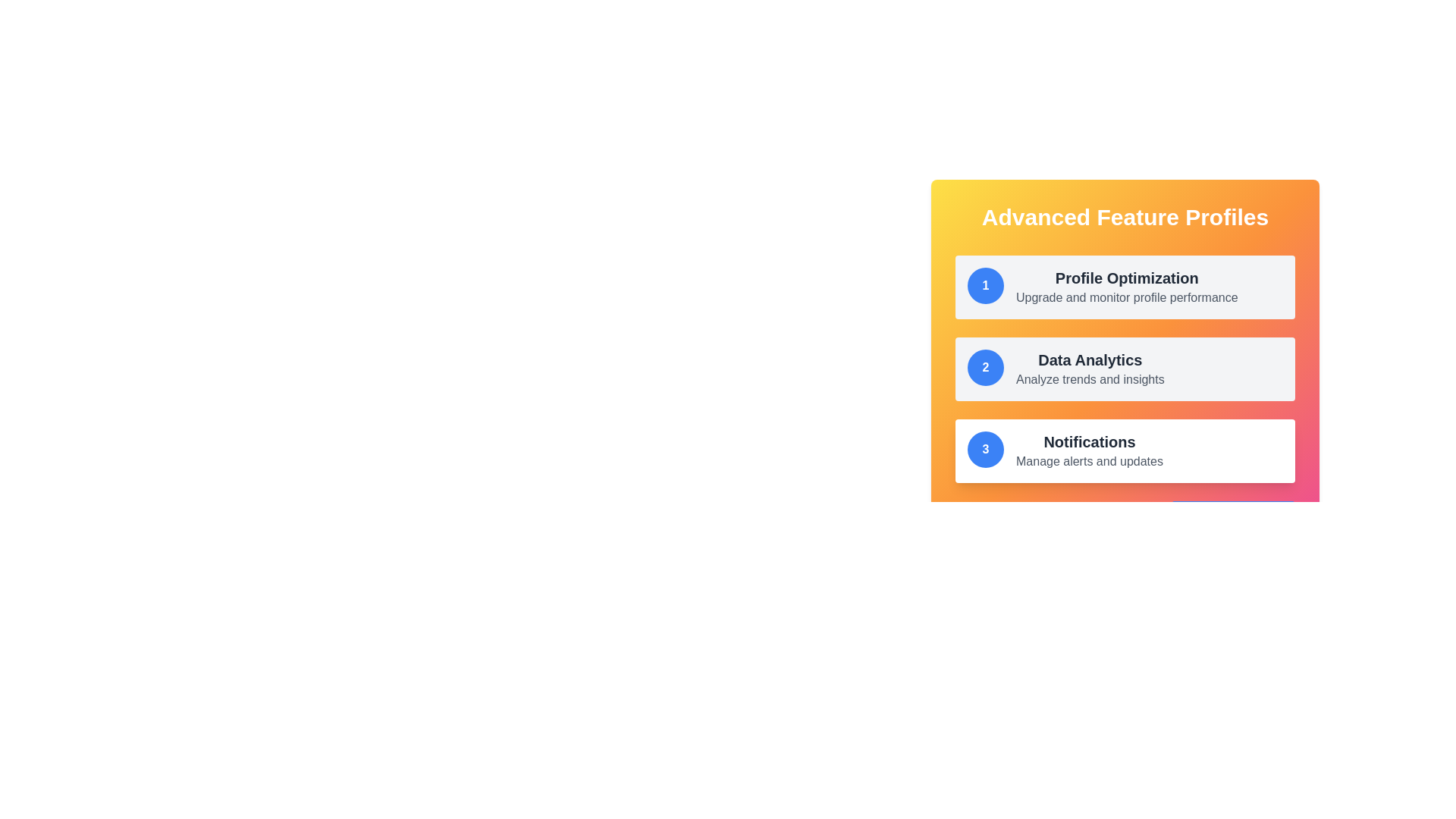 This screenshot has height=819, width=1456. I want to click on the title text for the feature 'Profile Optimization', so click(1127, 278).